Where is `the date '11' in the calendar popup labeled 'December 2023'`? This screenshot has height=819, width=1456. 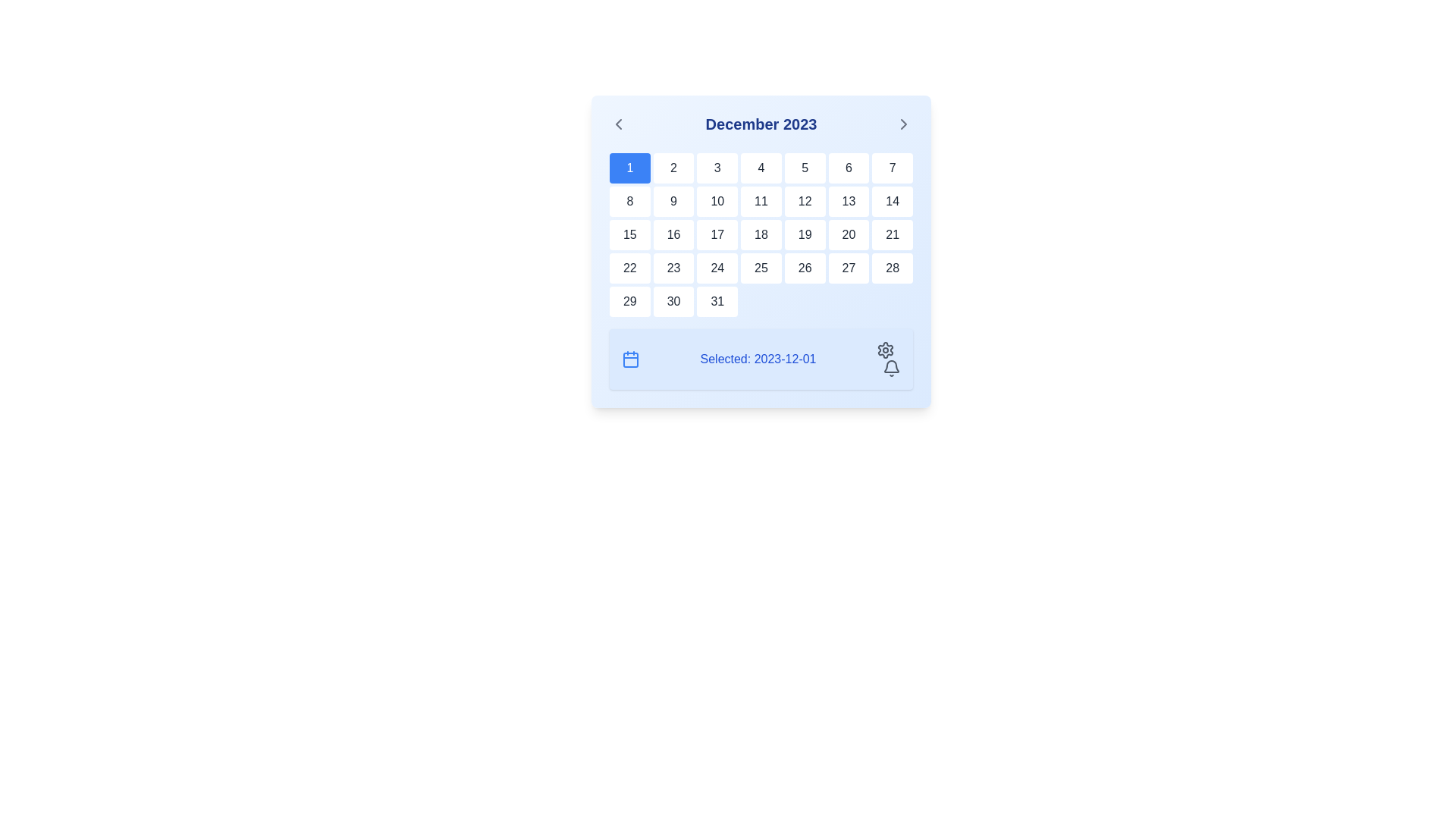 the date '11' in the calendar popup labeled 'December 2023' is located at coordinates (761, 201).